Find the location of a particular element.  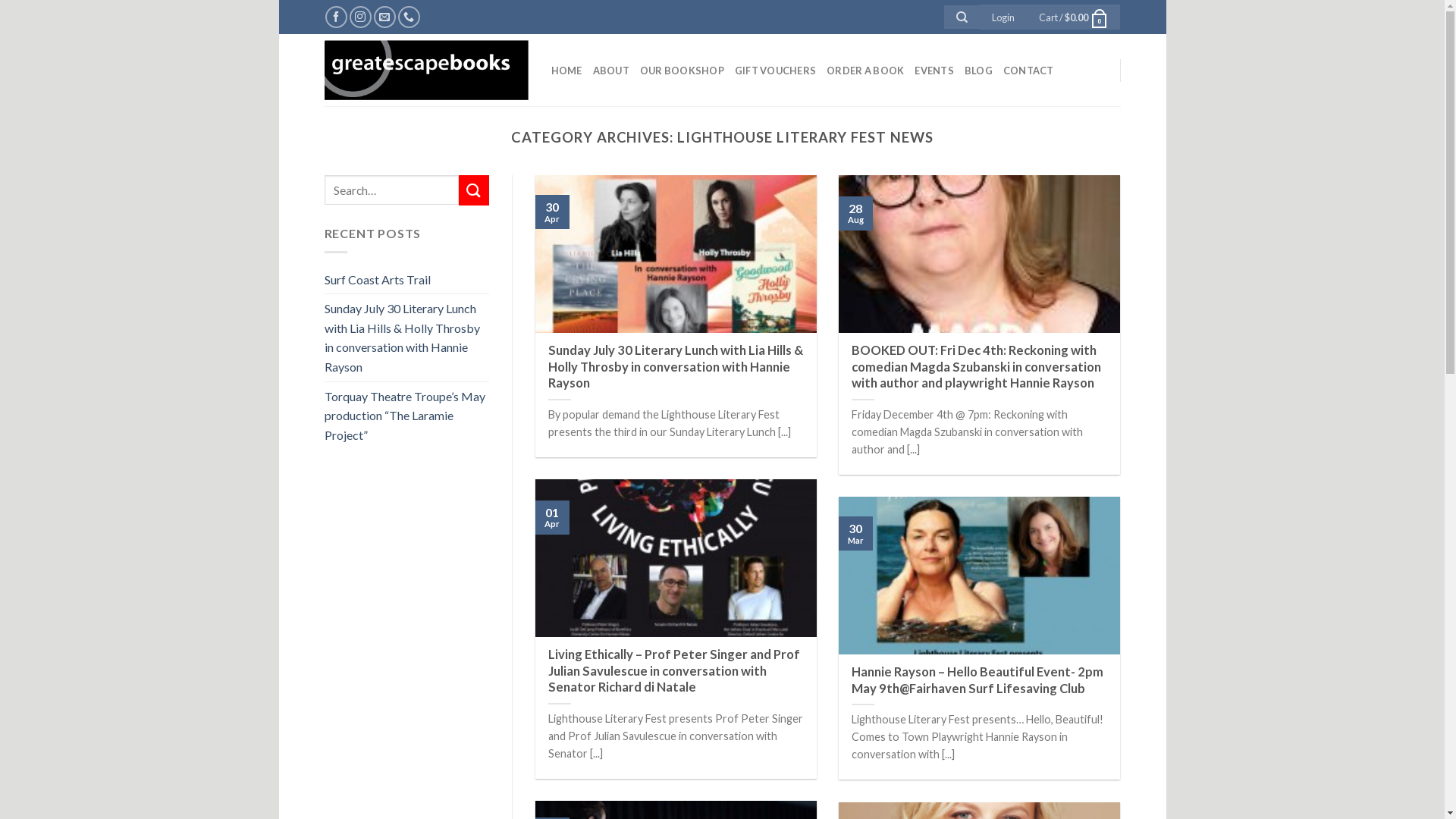

'ORDER A BOOK' is located at coordinates (865, 70).